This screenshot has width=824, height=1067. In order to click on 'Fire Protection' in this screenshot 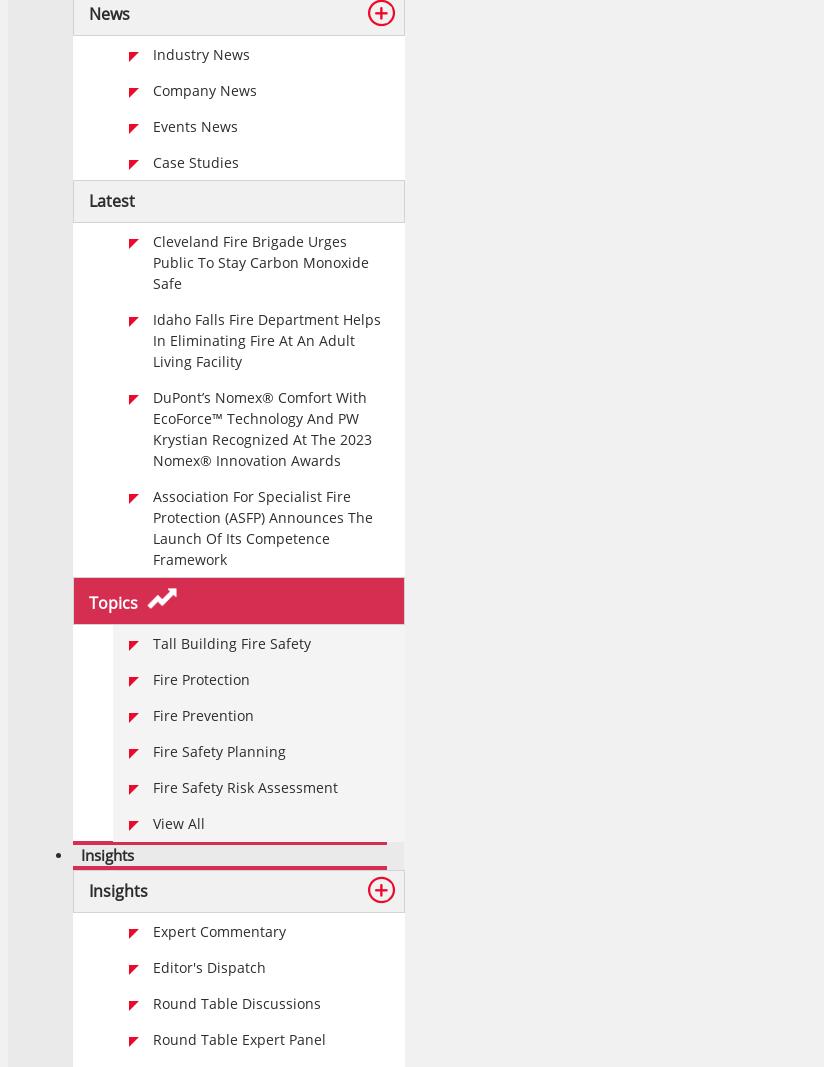, I will do `click(152, 679)`.